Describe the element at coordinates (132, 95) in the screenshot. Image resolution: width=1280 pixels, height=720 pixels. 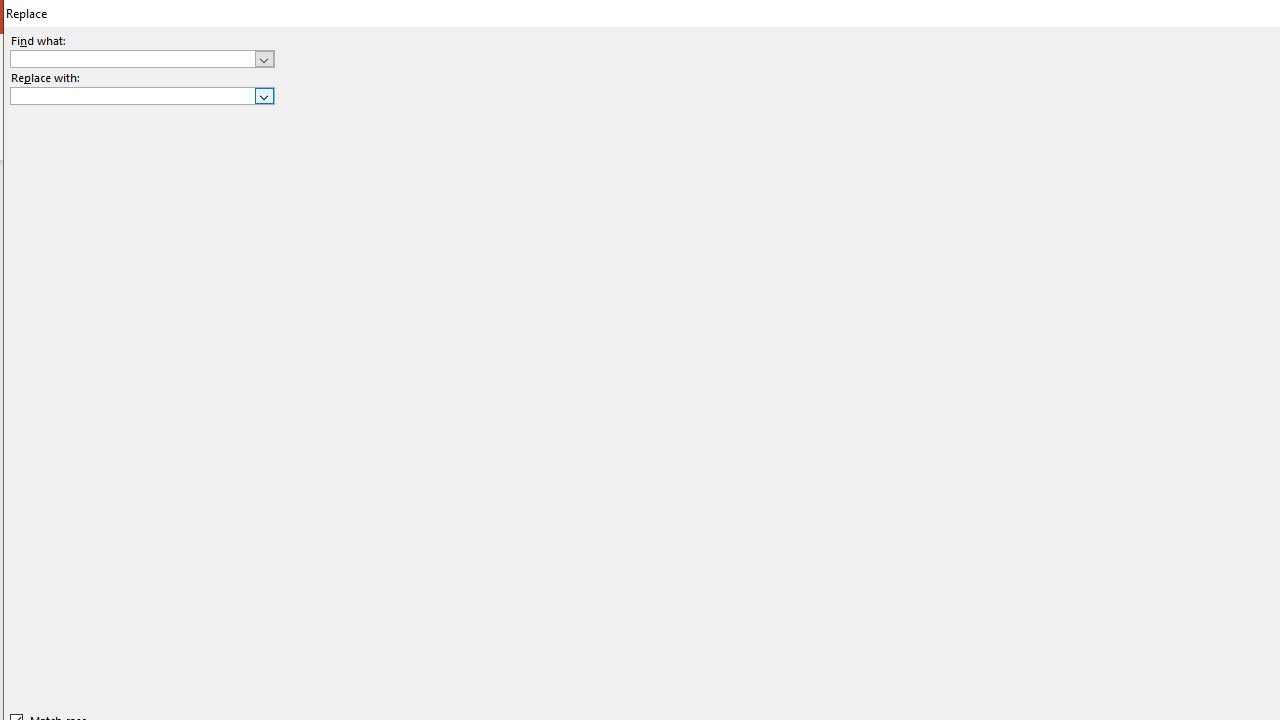
I see `'Replace with'` at that location.